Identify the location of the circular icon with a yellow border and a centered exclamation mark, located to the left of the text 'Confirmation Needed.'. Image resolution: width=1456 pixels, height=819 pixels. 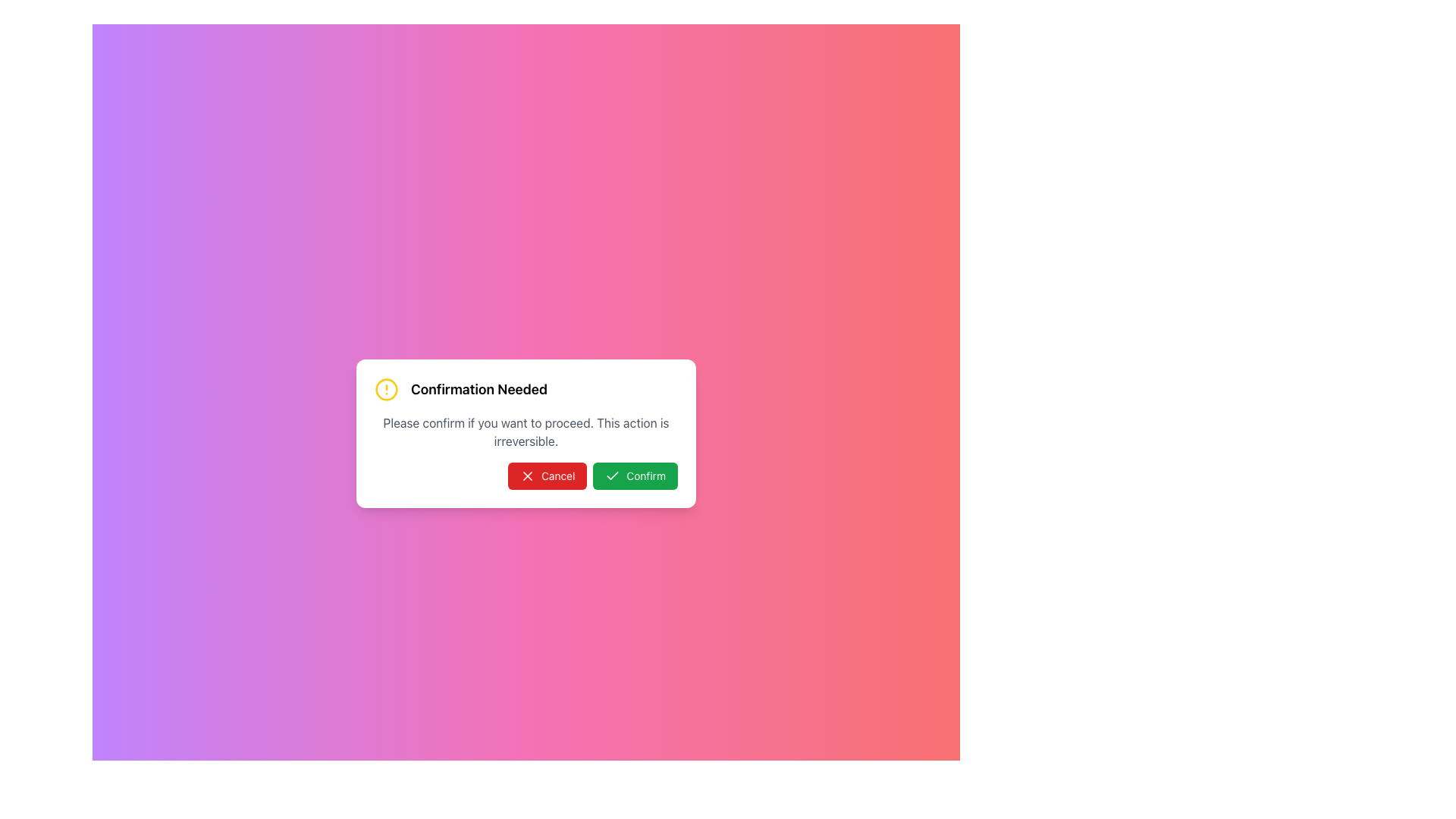
(386, 388).